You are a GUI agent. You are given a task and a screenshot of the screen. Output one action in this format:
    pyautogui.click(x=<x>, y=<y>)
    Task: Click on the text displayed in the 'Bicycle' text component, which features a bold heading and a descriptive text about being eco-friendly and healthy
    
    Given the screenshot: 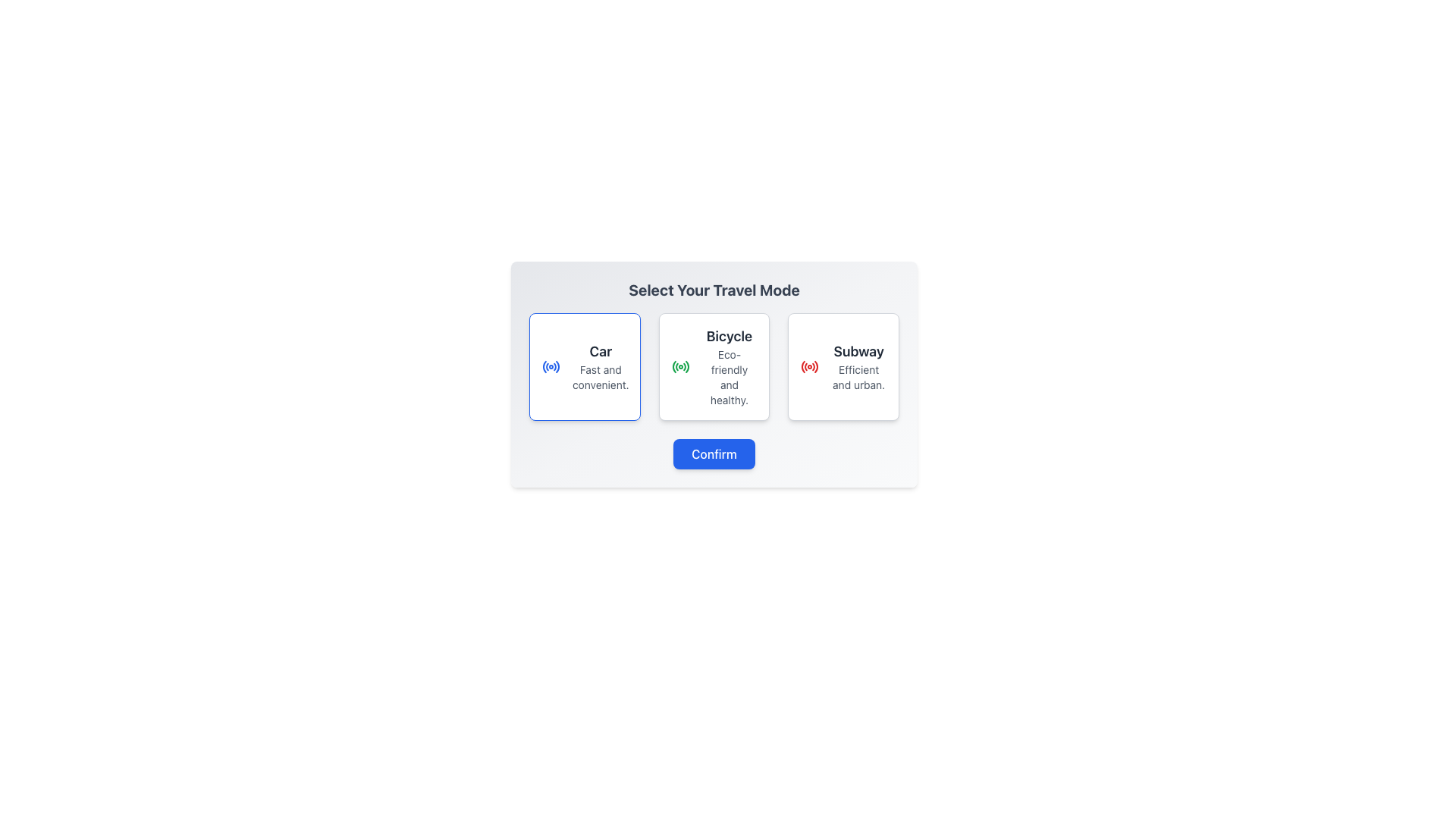 What is the action you would take?
    pyautogui.click(x=729, y=366)
    